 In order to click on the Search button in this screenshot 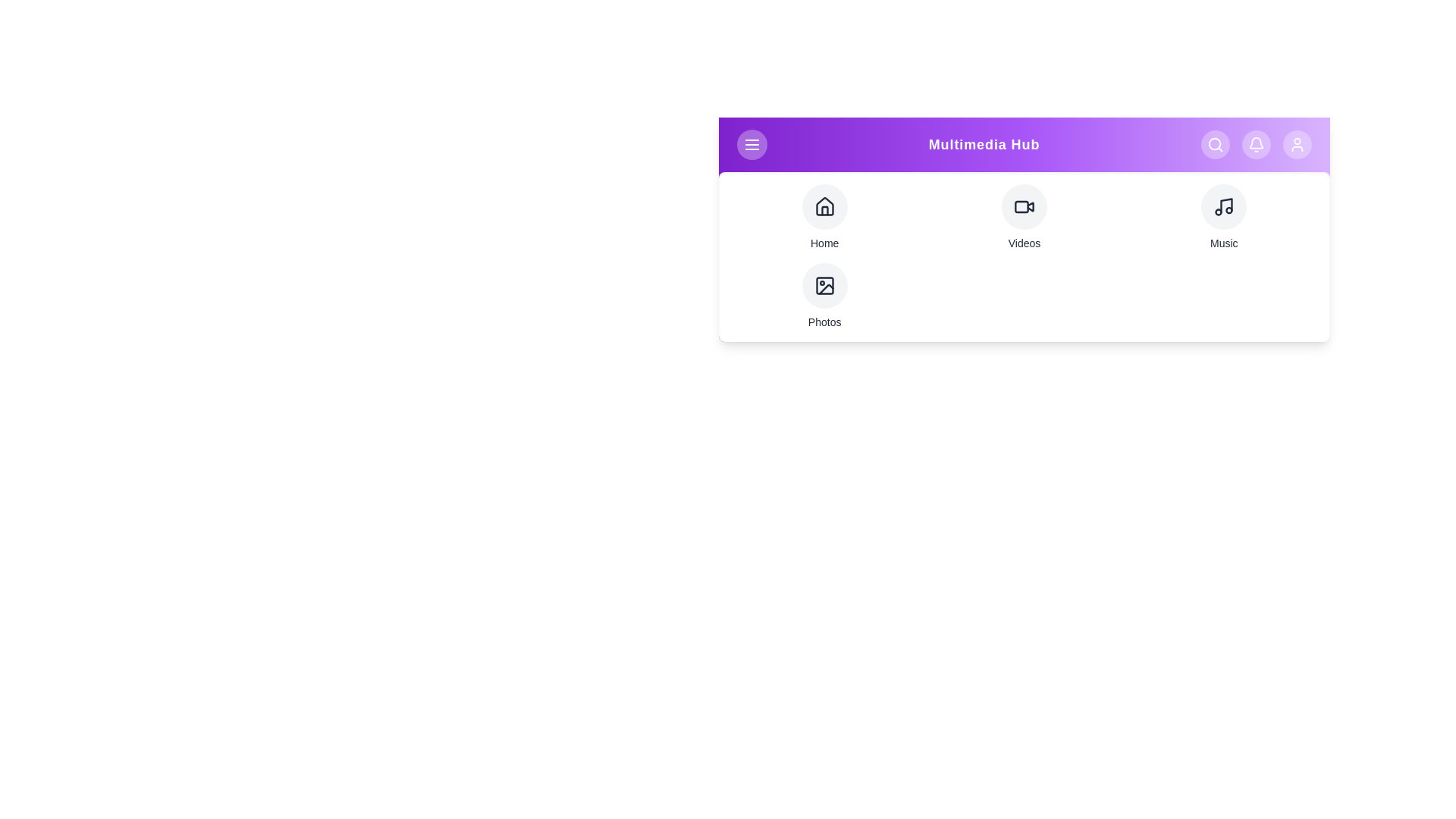, I will do `click(1216, 145)`.